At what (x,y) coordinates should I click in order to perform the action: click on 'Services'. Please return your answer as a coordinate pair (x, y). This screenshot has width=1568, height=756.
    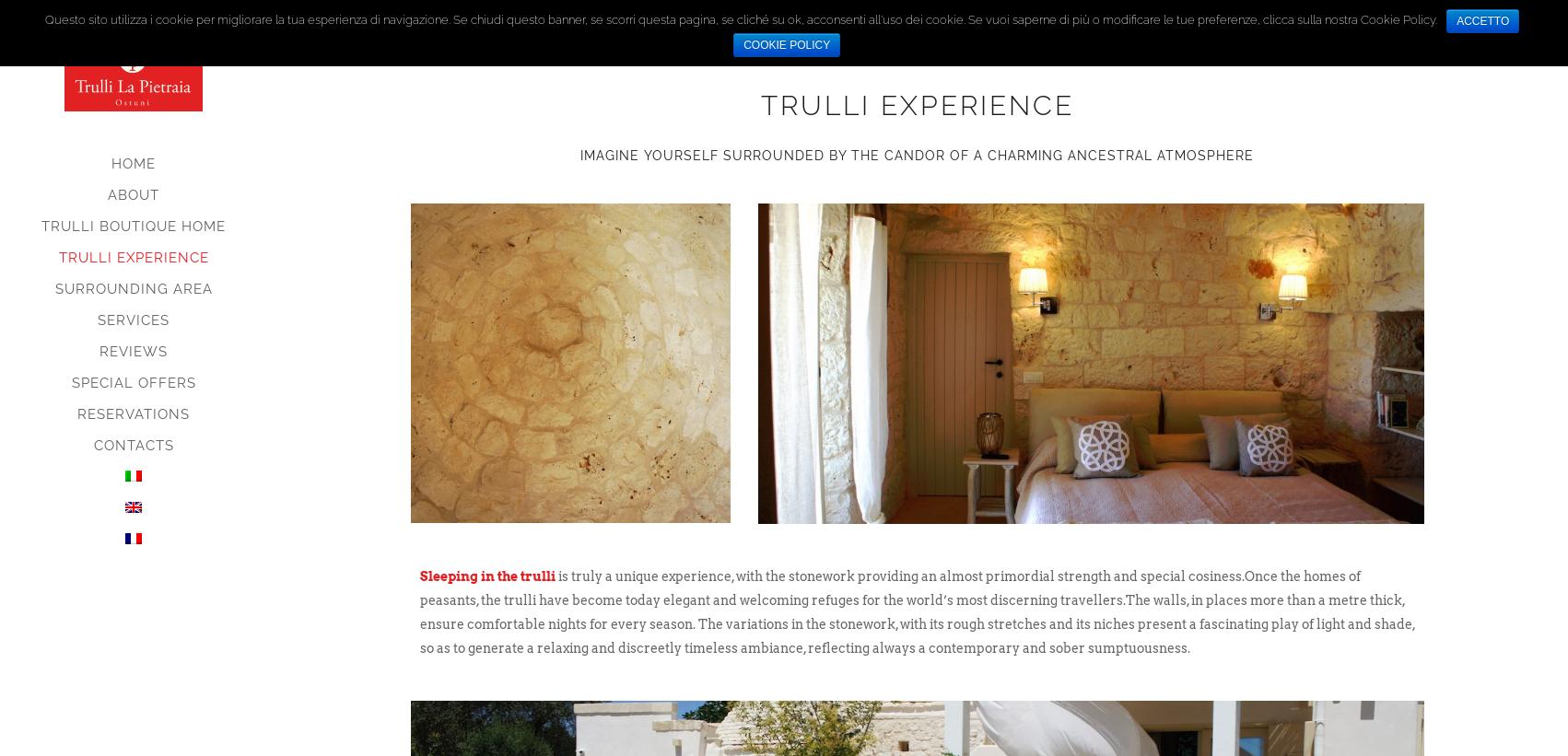
    Looking at the image, I should click on (98, 320).